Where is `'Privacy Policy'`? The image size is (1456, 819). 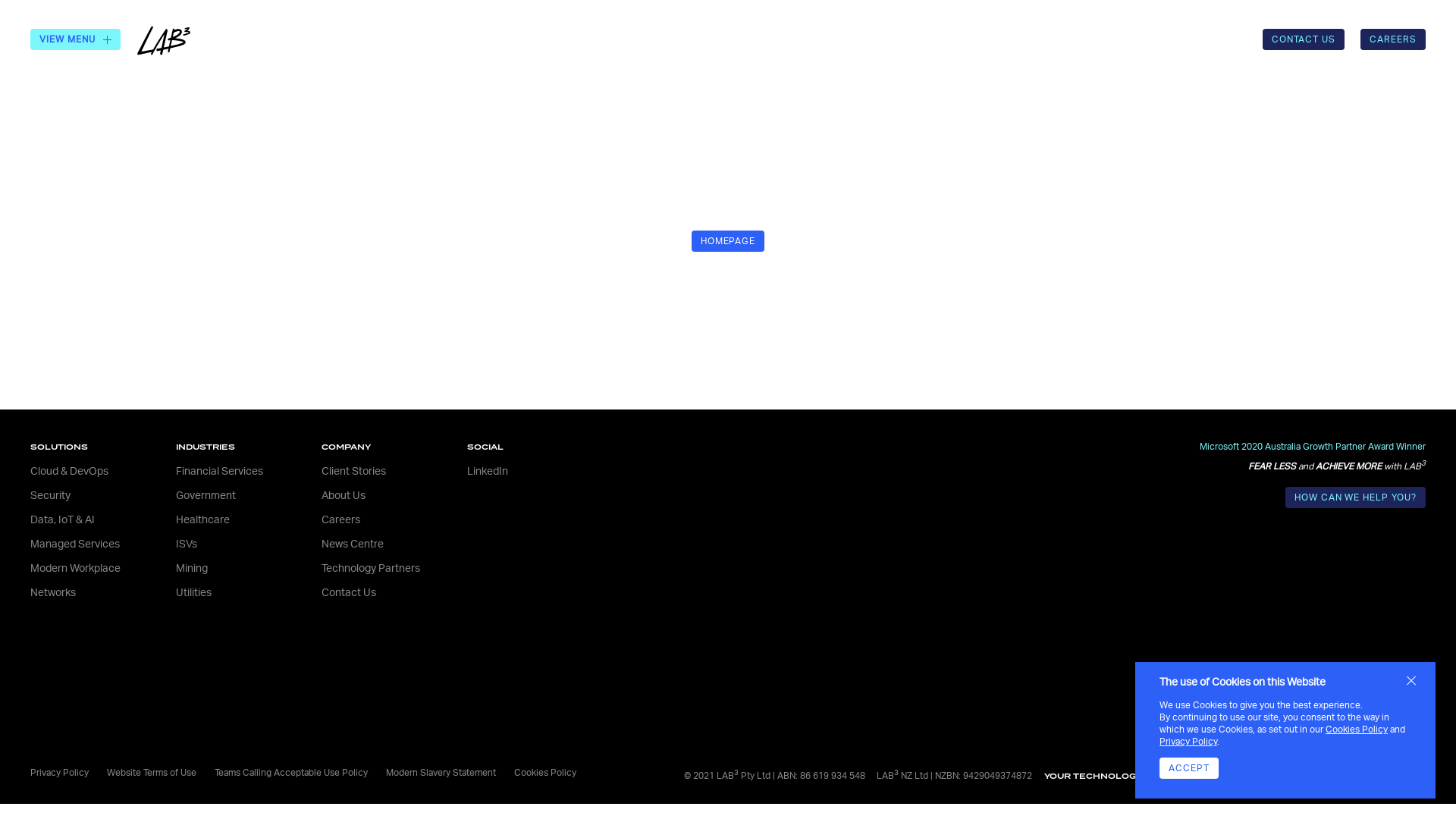 'Privacy Policy' is located at coordinates (1187, 741).